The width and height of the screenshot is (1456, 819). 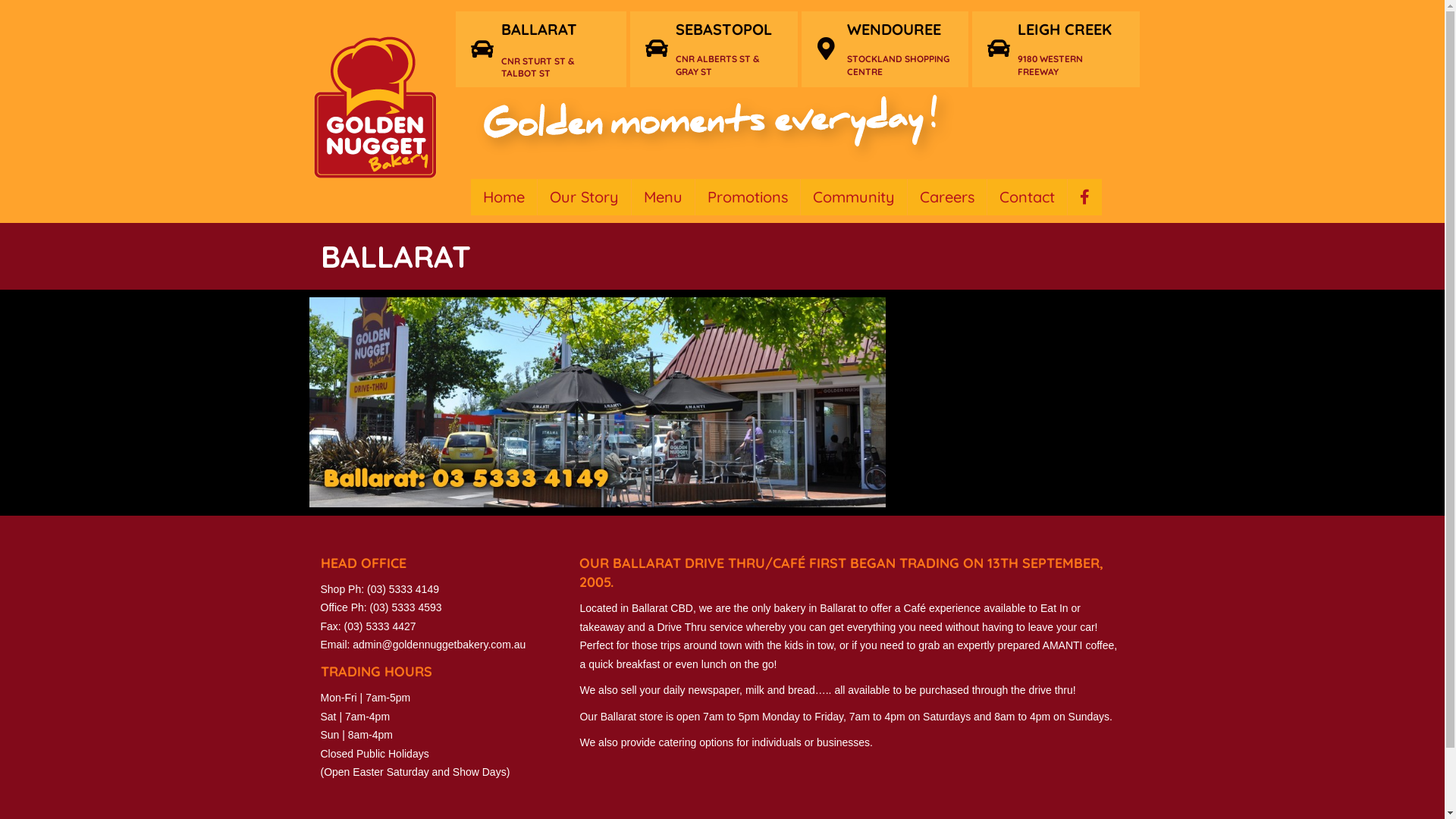 I want to click on 'Contact', so click(x=1027, y=196).